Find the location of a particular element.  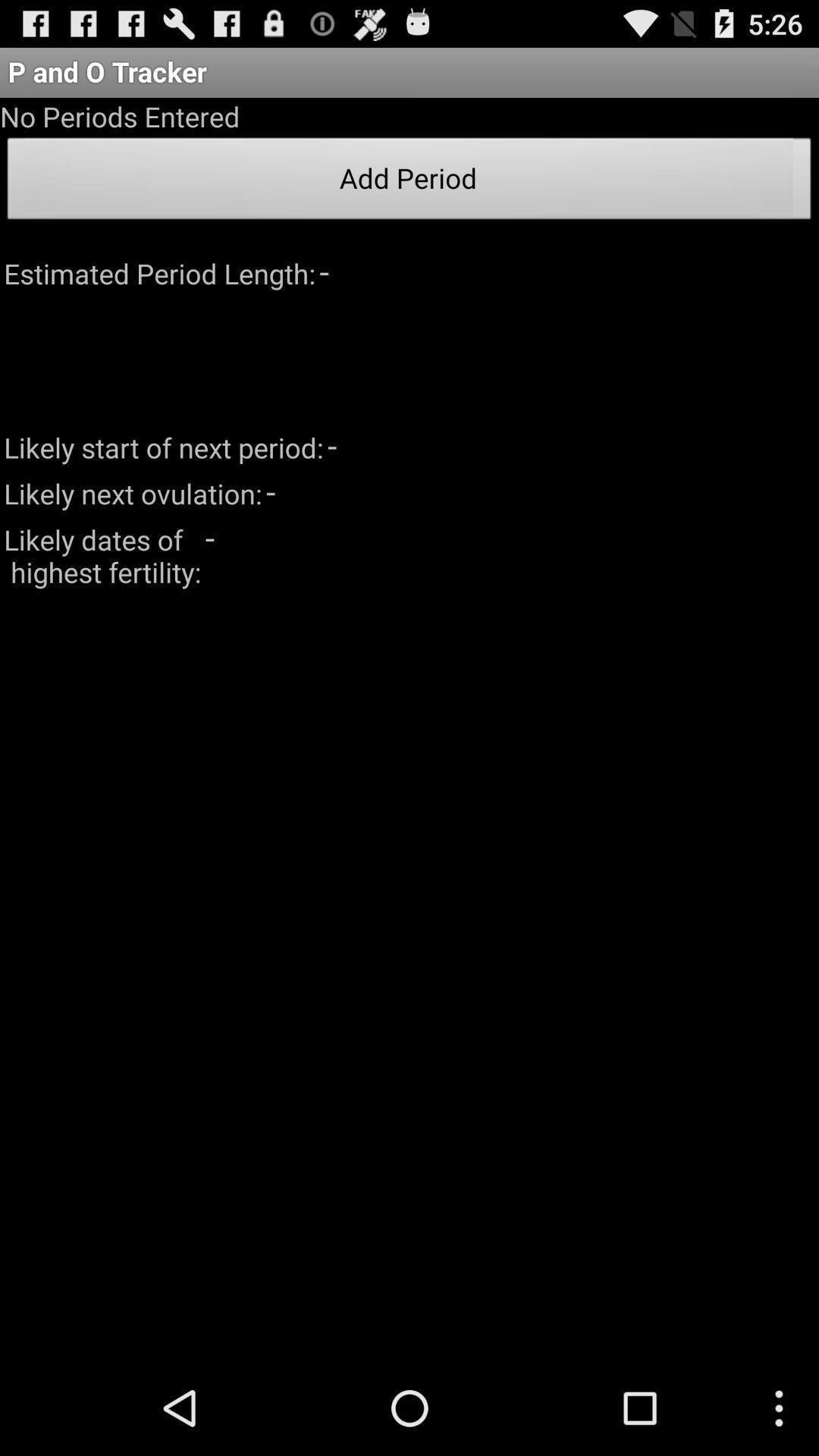

the icon above the - is located at coordinates (409, 182).